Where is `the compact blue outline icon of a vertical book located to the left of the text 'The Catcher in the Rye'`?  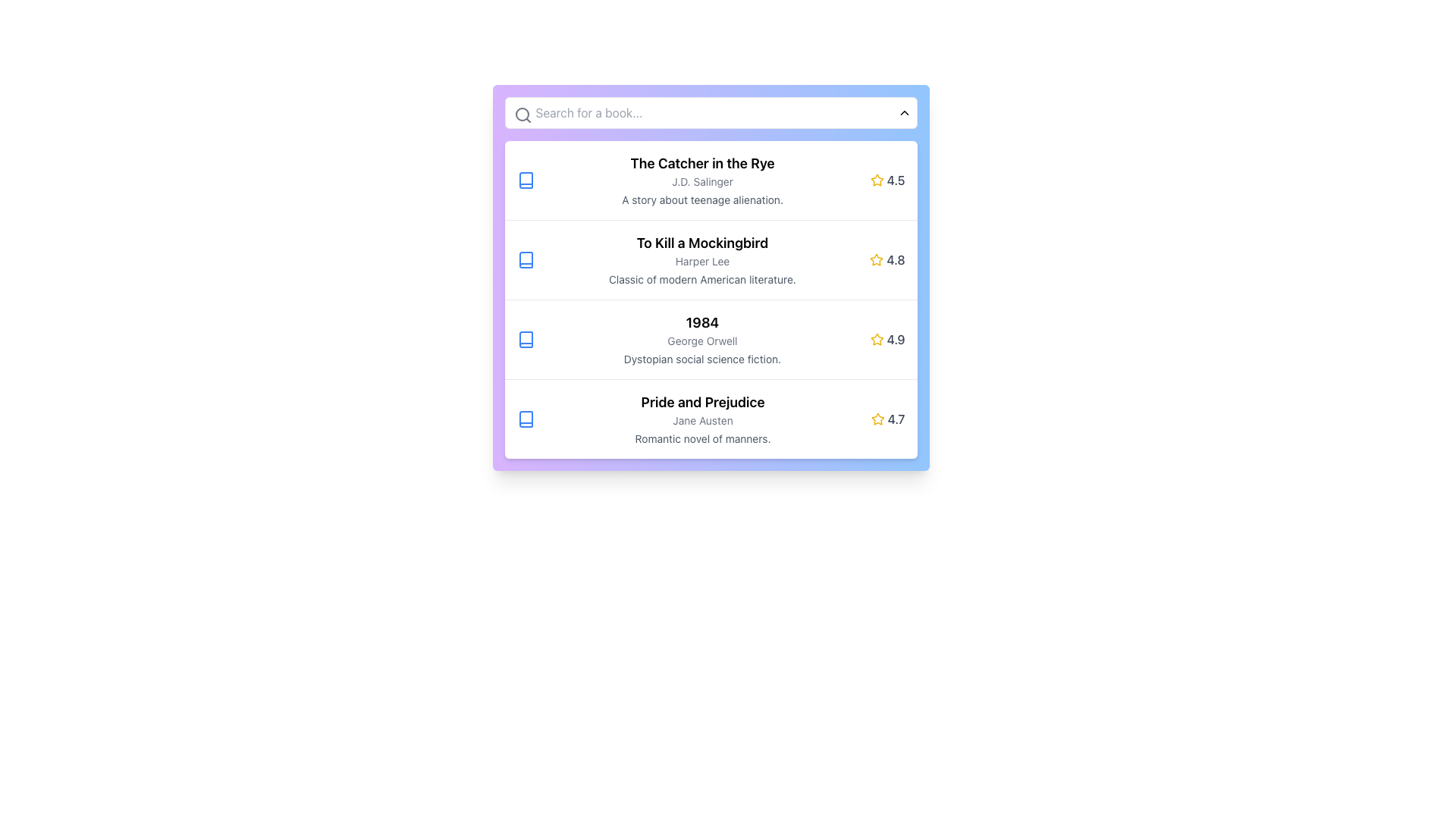
the compact blue outline icon of a vertical book located to the left of the text 'The Catcher in the Rye' is located at coordinates (526, 180).